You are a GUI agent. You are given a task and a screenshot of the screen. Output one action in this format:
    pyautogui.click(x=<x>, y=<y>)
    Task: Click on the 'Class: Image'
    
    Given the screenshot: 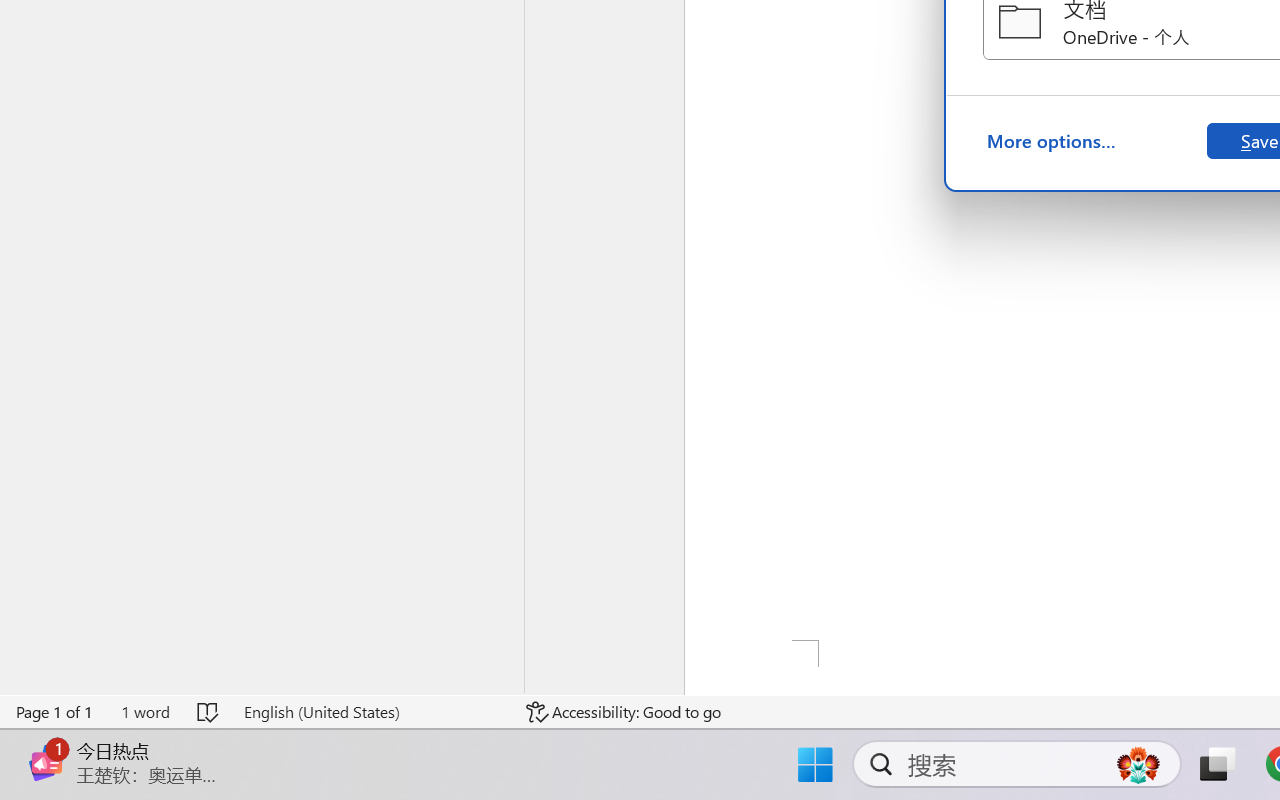 What is the action you would take?
    pyautogui.click(x=46, y=762)
    